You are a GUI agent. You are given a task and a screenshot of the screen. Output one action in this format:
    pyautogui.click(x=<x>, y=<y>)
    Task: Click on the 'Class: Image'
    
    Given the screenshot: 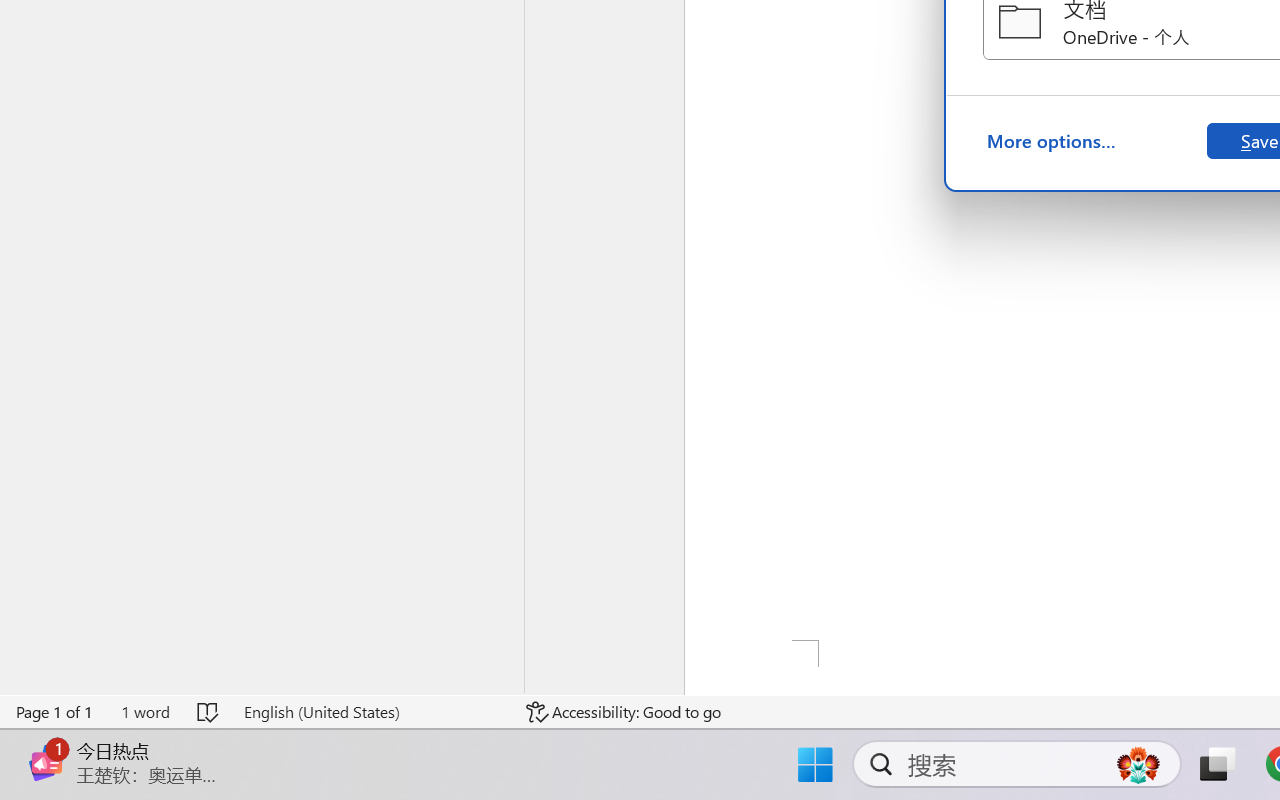 What is the action you would take?
    pyautogui.click(x=46, y=762)
    